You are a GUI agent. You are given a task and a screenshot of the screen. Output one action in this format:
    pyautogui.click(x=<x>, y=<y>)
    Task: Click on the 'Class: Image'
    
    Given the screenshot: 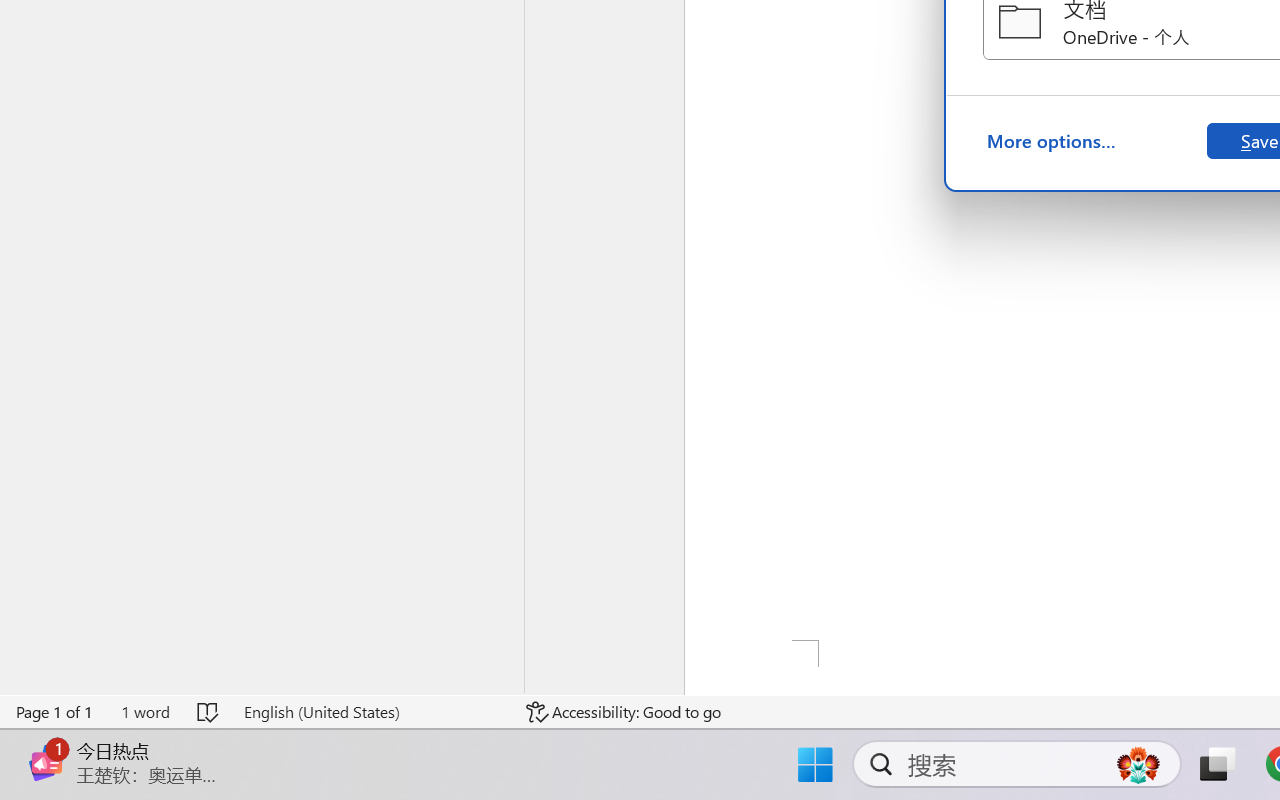 What is the action you would take?
    pyautogui.click(x=46, y=762)
    